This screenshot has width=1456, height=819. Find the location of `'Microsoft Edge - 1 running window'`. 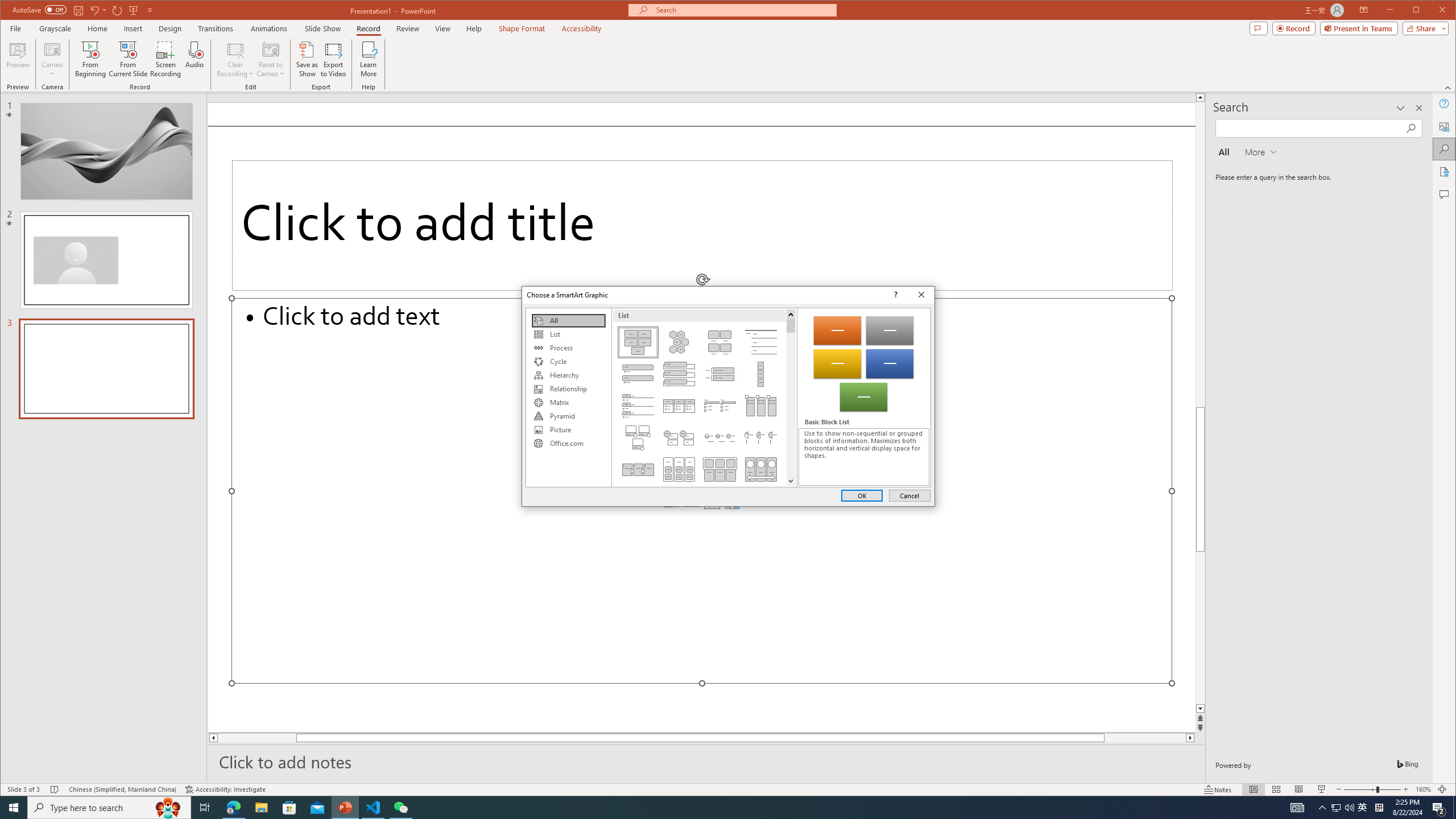

'Microsoft Edge - 1 running window' is located at coordinates (233, 806).